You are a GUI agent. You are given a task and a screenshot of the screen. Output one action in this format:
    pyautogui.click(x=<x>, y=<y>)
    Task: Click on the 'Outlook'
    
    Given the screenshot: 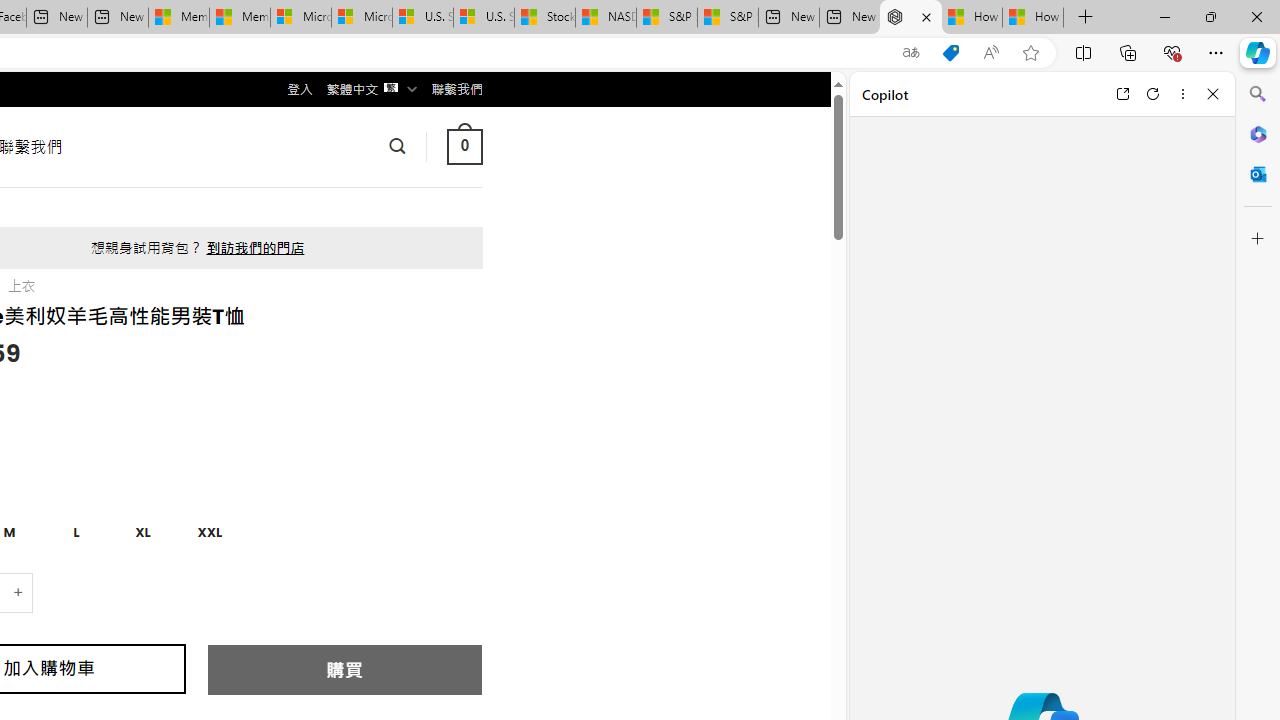 What is the action you would take?
    pyautogui.click(x=1257, y=173)
    